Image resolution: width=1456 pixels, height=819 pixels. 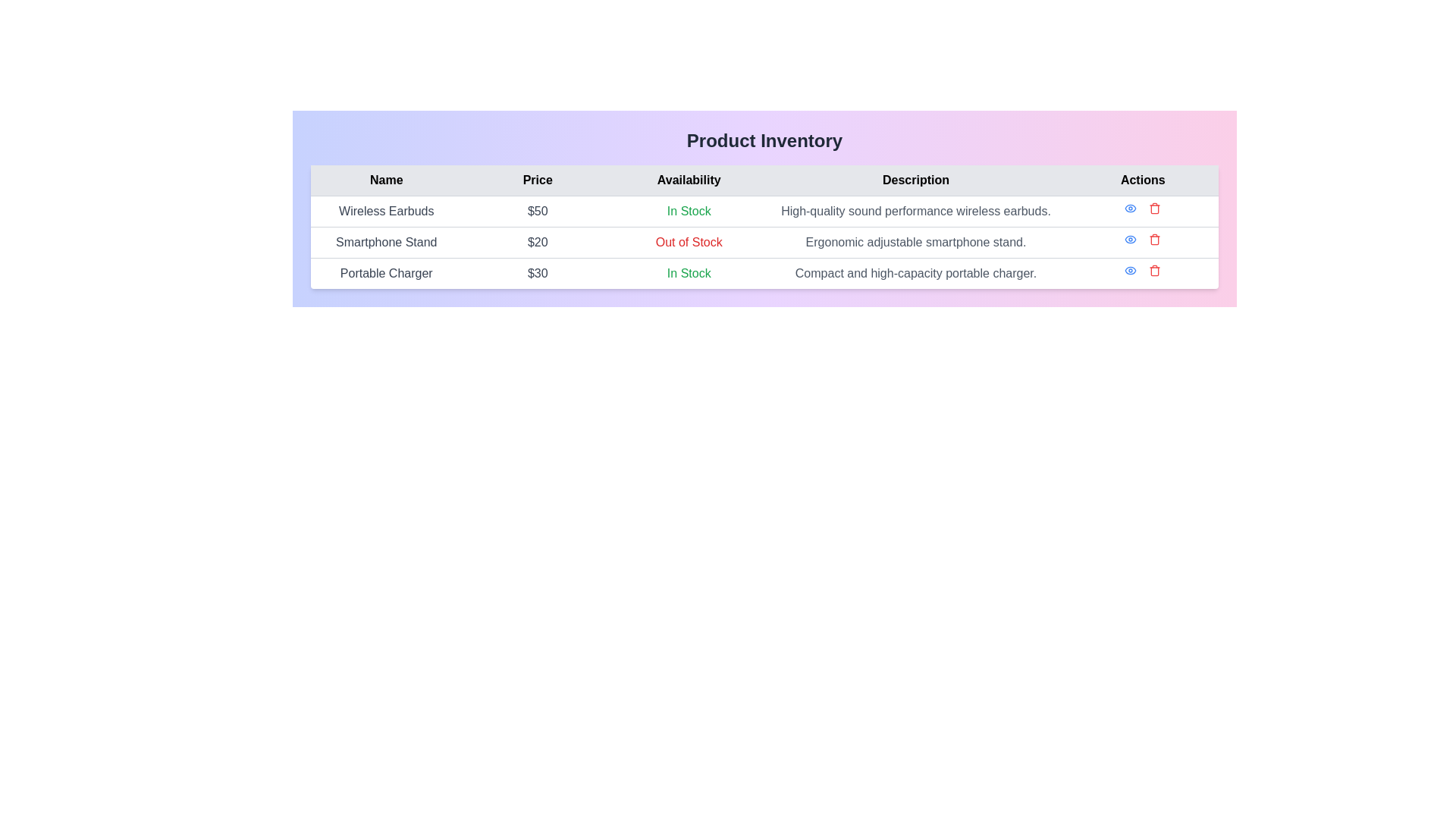 What do you see at coordinates (538, 242) in the screenshot?
I see `text of the price label for the 'Smartphone Stand' product, located in the second row of the inventory table under the 'Price' column, positioned between 'Smartphone Stand' and 'Out of Stock.'` at bounding box center [538, 242].